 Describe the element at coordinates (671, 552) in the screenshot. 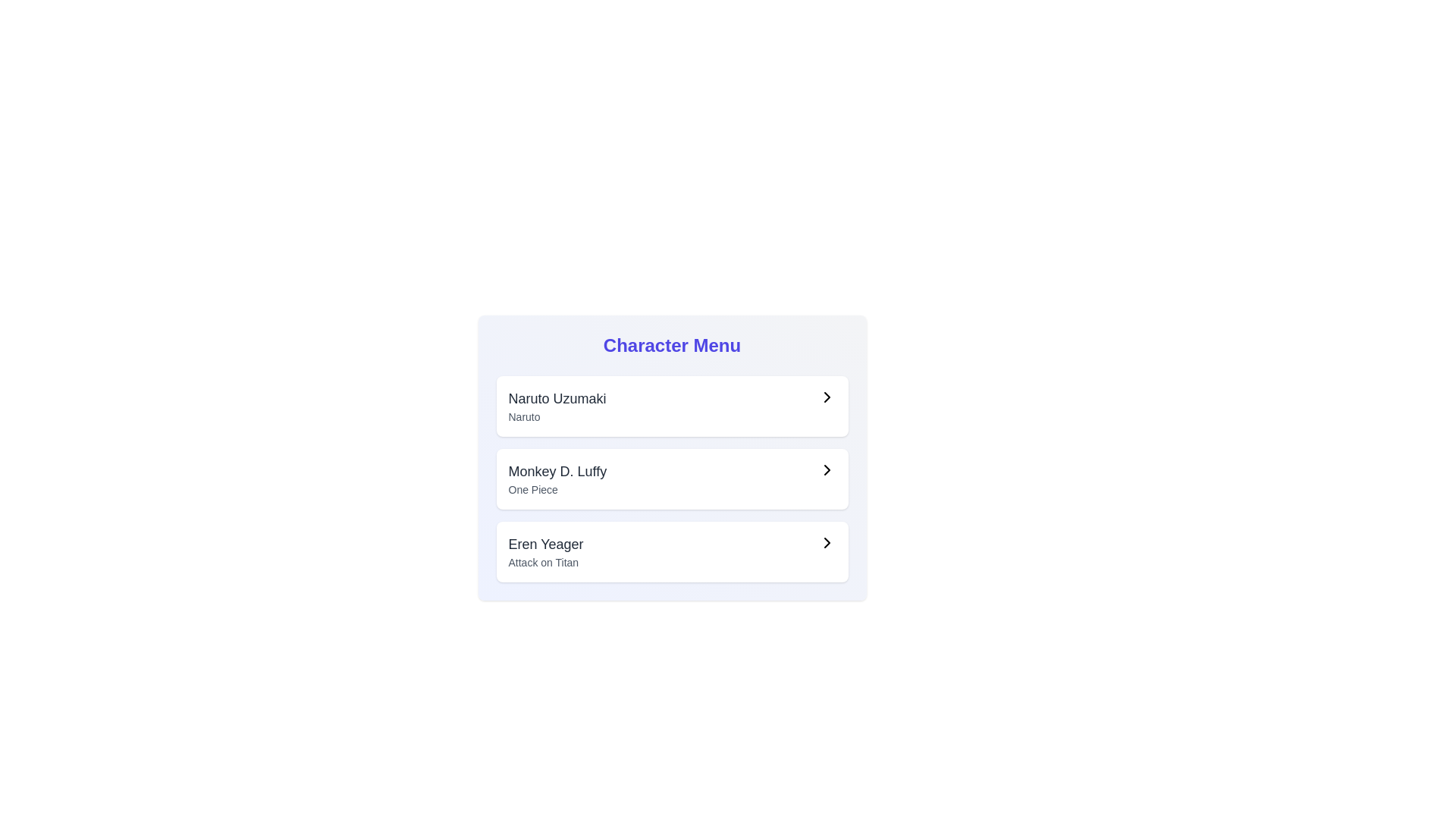

I see `the selectable list item displaying 'Eren Yeager' with the subtitle 'Attack on Titan'` at that location.